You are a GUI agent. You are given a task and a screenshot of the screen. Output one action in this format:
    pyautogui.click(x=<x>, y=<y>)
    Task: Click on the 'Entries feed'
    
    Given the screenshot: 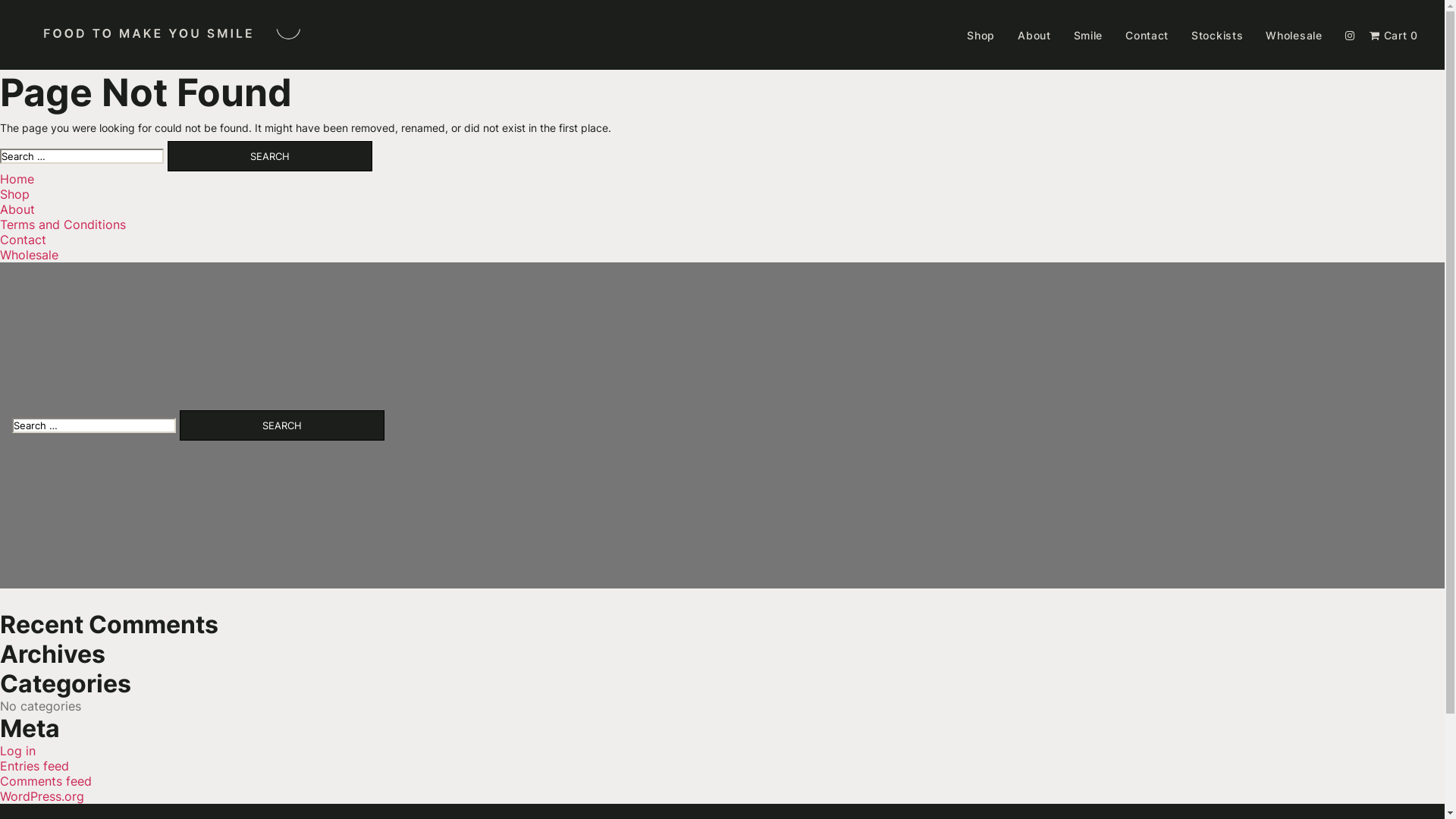 What is the action you would take?
    pyautogui.click(x=34, y=766)
    